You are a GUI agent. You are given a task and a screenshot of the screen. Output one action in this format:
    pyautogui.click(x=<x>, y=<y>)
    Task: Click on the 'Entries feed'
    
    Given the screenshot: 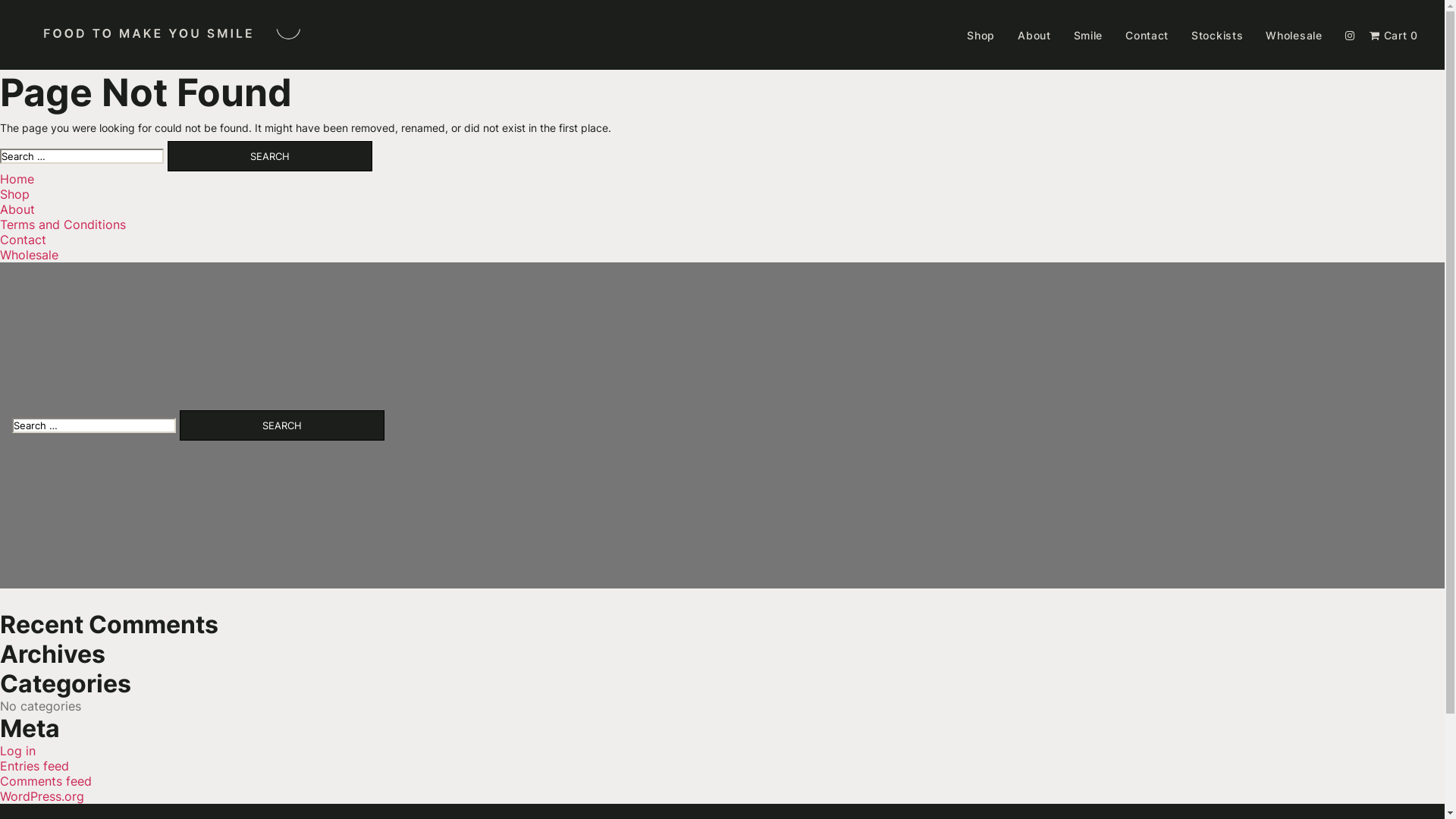 What is the action you would take?
    pyautogui.click(x=34, y=766)
    